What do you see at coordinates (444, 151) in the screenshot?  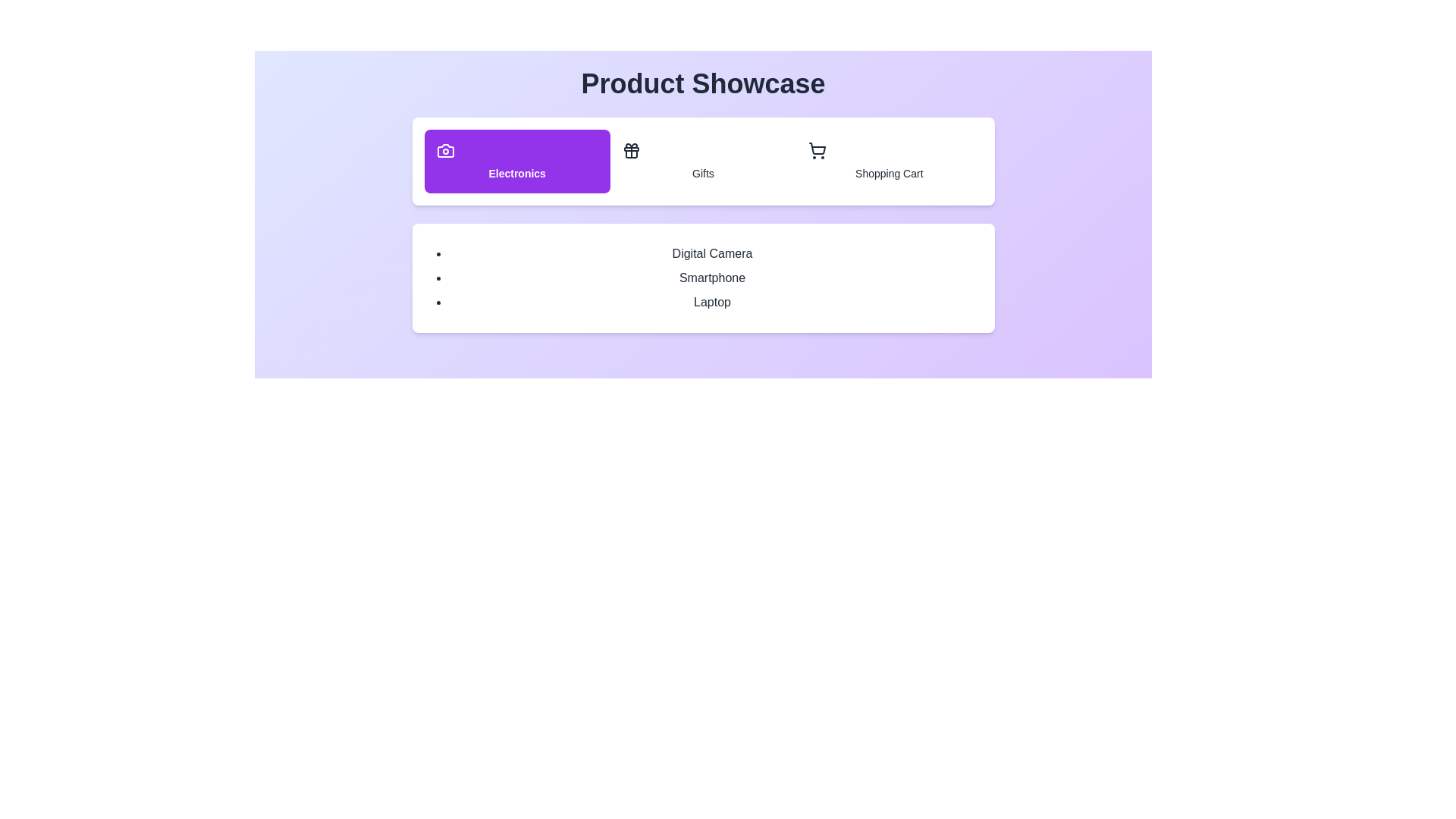 I see `the 'Electronics' icon located in the top-left section of the purple button in the horizontal menu bar, which helps users select the Electronics category` at bounding box center [444, 151].